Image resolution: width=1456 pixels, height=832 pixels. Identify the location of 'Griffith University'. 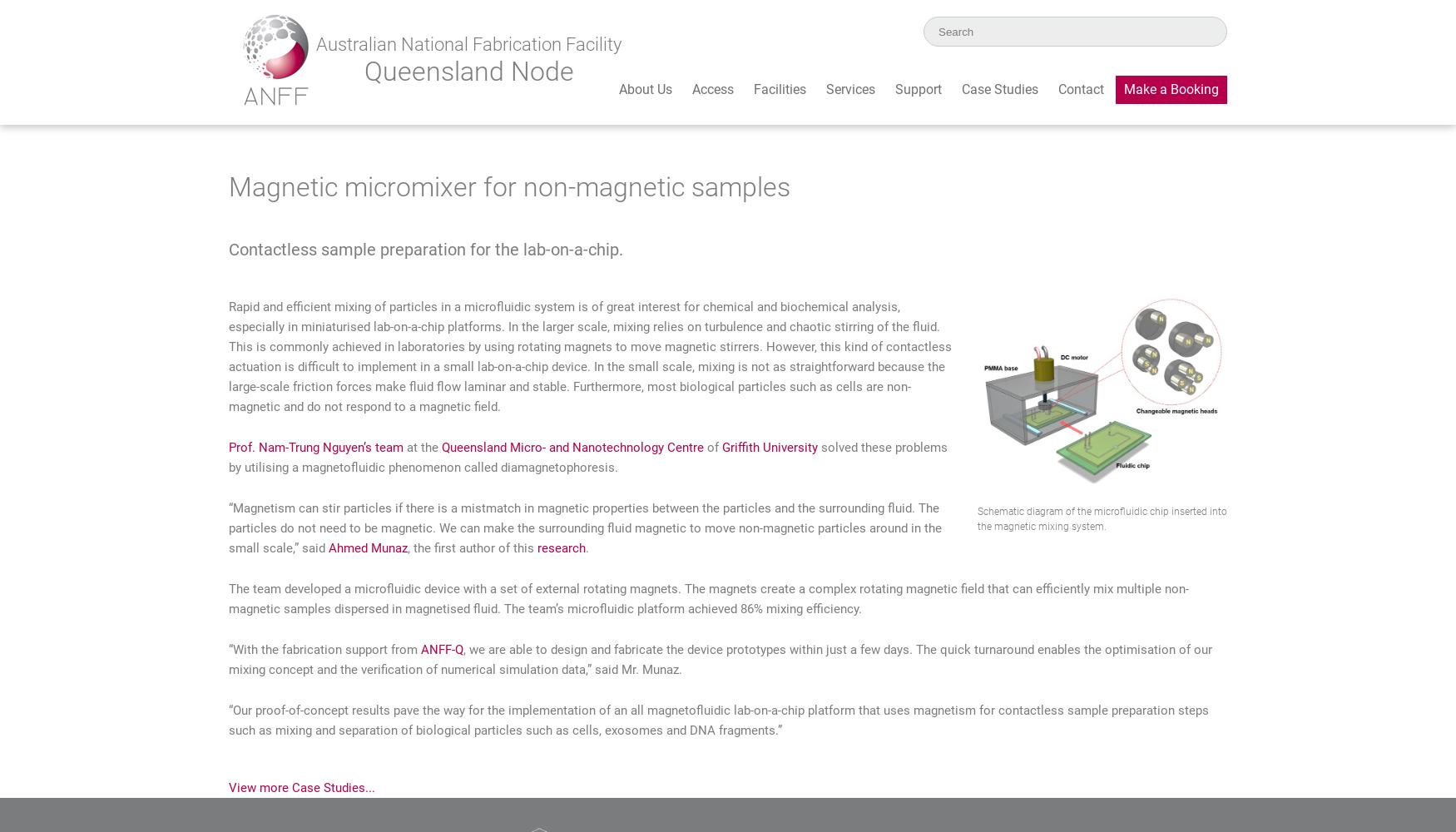
(769, 447).